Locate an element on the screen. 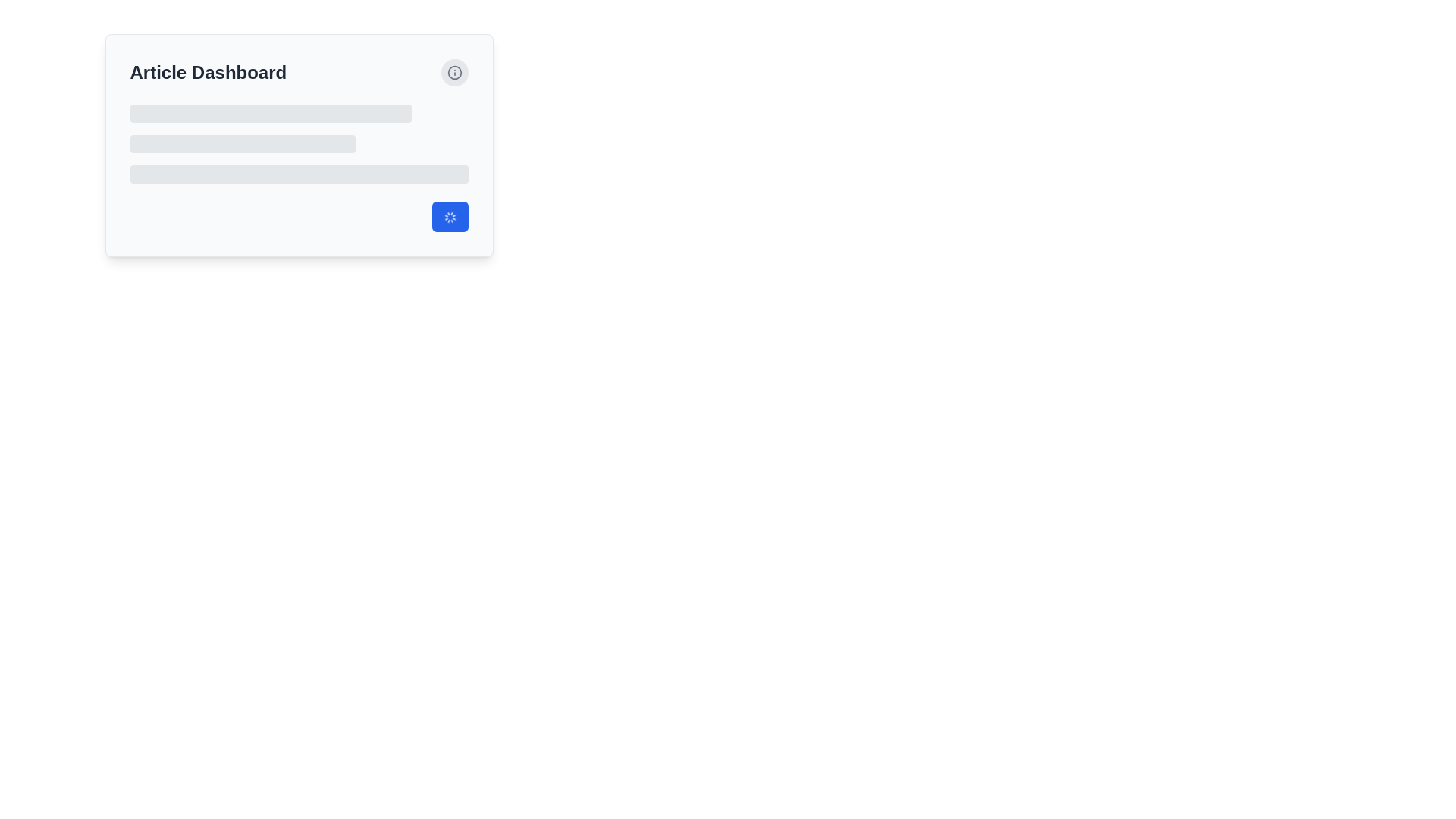 The height and width of the screenshot is (819, 1456). the loading indicator in the bottom-right section of the 'Article Dashboard' card is located at coordinates (299, 216).